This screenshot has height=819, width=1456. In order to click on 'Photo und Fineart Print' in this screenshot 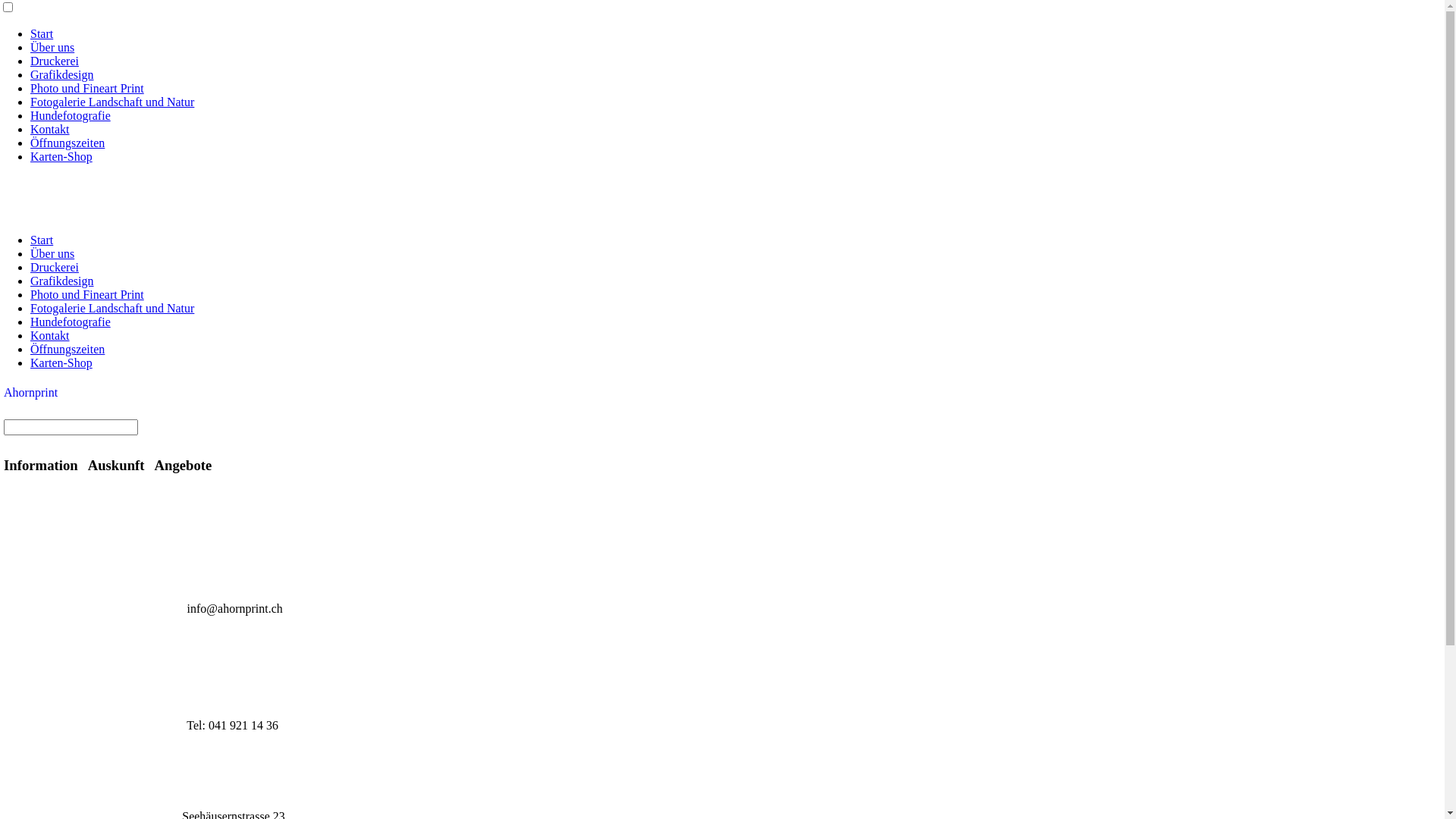, I will do `click(86, 294)`.